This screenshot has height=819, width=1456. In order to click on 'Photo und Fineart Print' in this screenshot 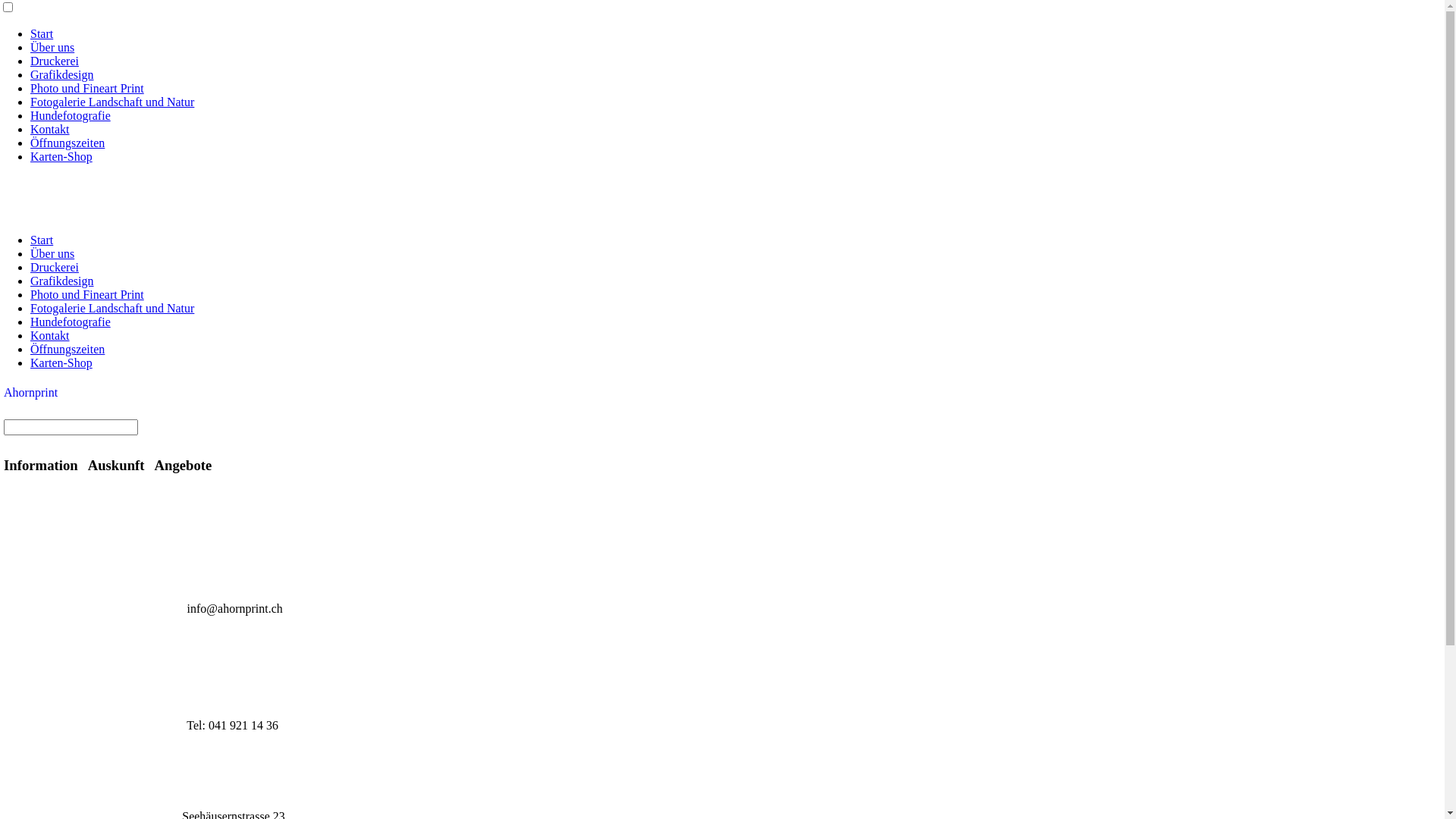, I will do `click(86, 294)`.